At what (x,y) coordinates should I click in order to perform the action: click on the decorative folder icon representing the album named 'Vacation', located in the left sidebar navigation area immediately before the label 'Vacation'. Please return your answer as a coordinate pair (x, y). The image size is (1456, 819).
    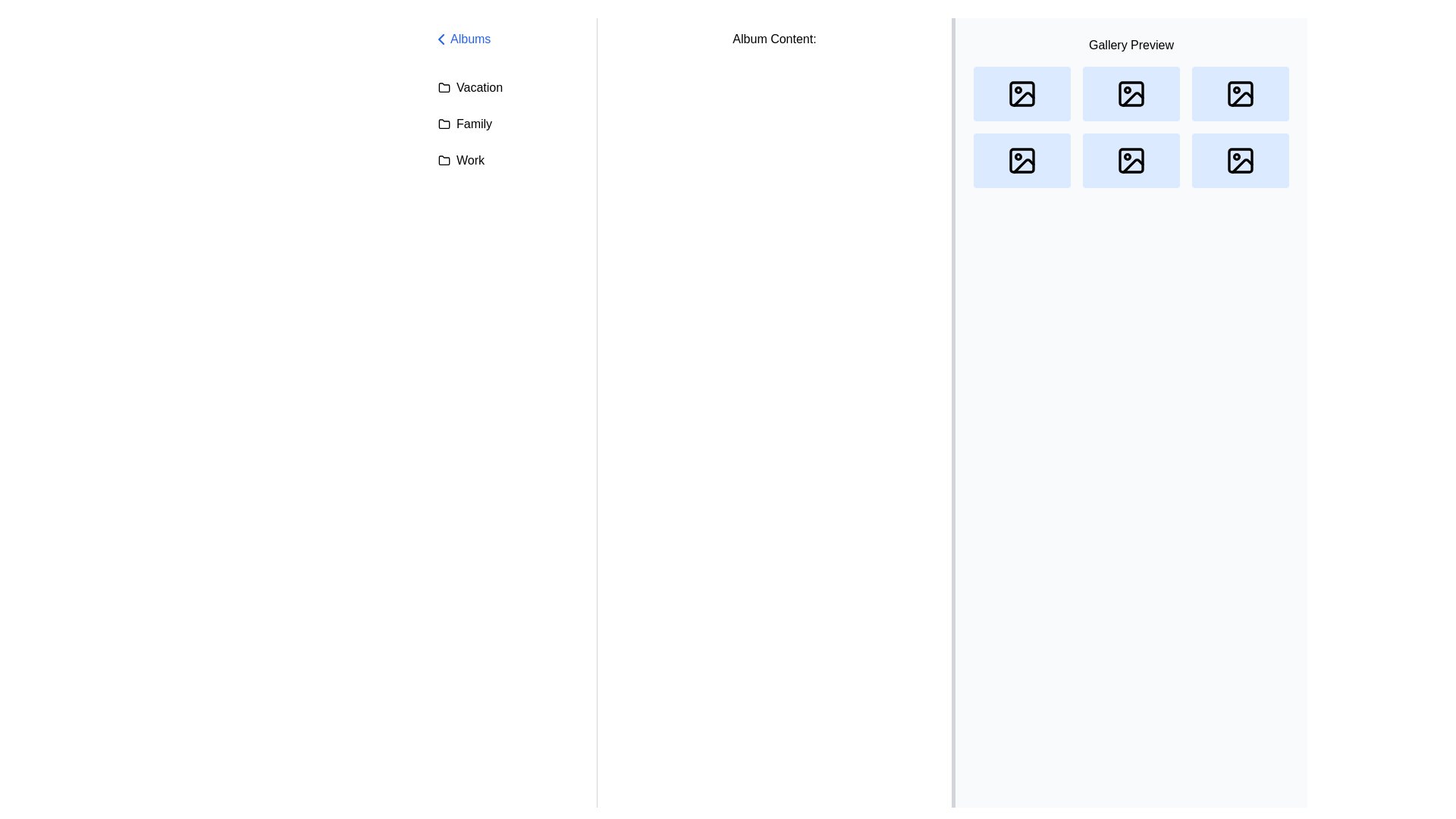
    Looking at the image, I should click on (443, 87).